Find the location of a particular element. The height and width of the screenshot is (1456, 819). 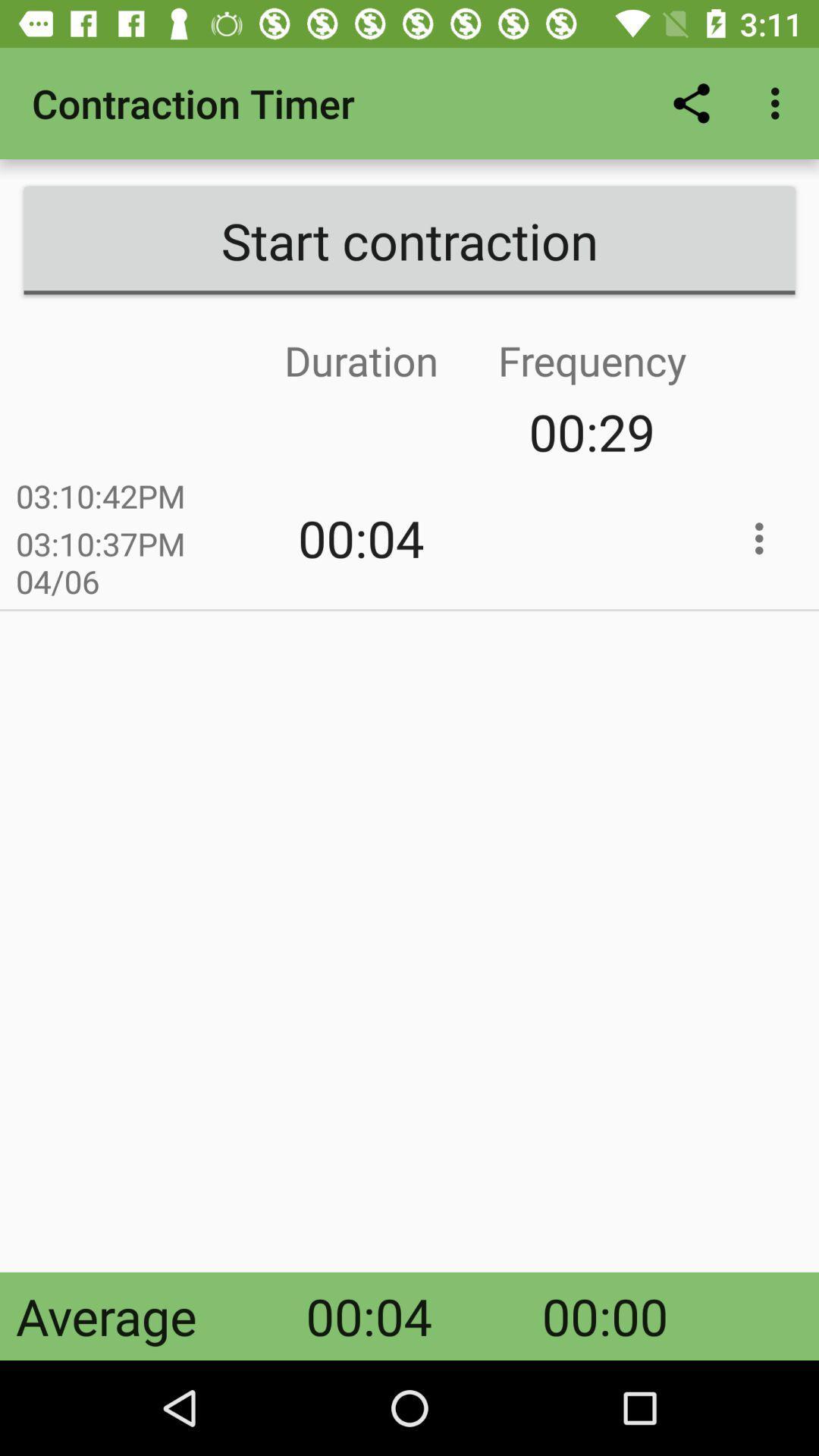

the app to the right of contraction timer item is located at coordinates (691, 102).